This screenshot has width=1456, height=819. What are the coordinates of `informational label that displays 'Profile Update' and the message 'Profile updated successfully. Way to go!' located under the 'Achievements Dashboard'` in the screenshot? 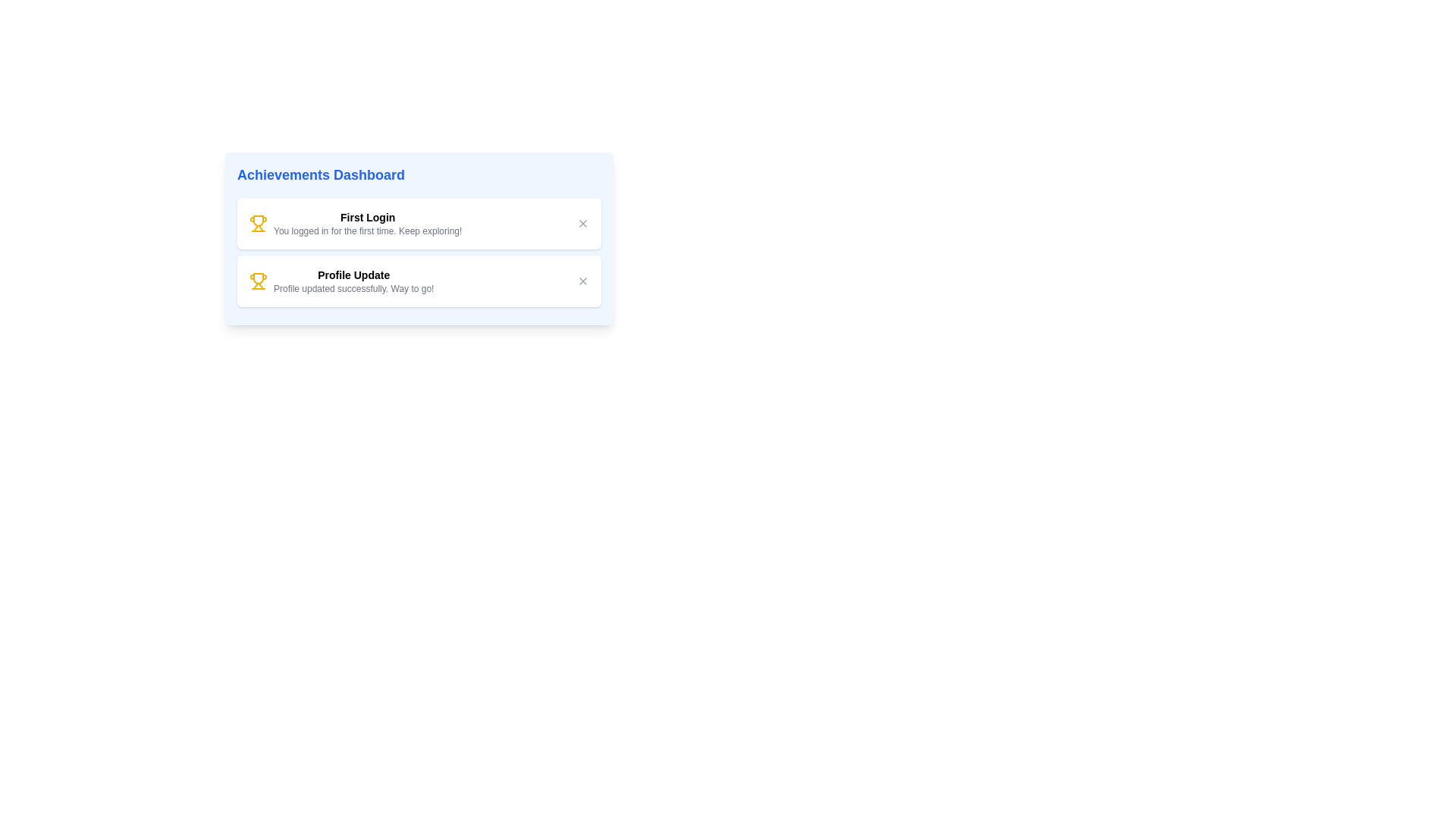 It's located at (353, 281).